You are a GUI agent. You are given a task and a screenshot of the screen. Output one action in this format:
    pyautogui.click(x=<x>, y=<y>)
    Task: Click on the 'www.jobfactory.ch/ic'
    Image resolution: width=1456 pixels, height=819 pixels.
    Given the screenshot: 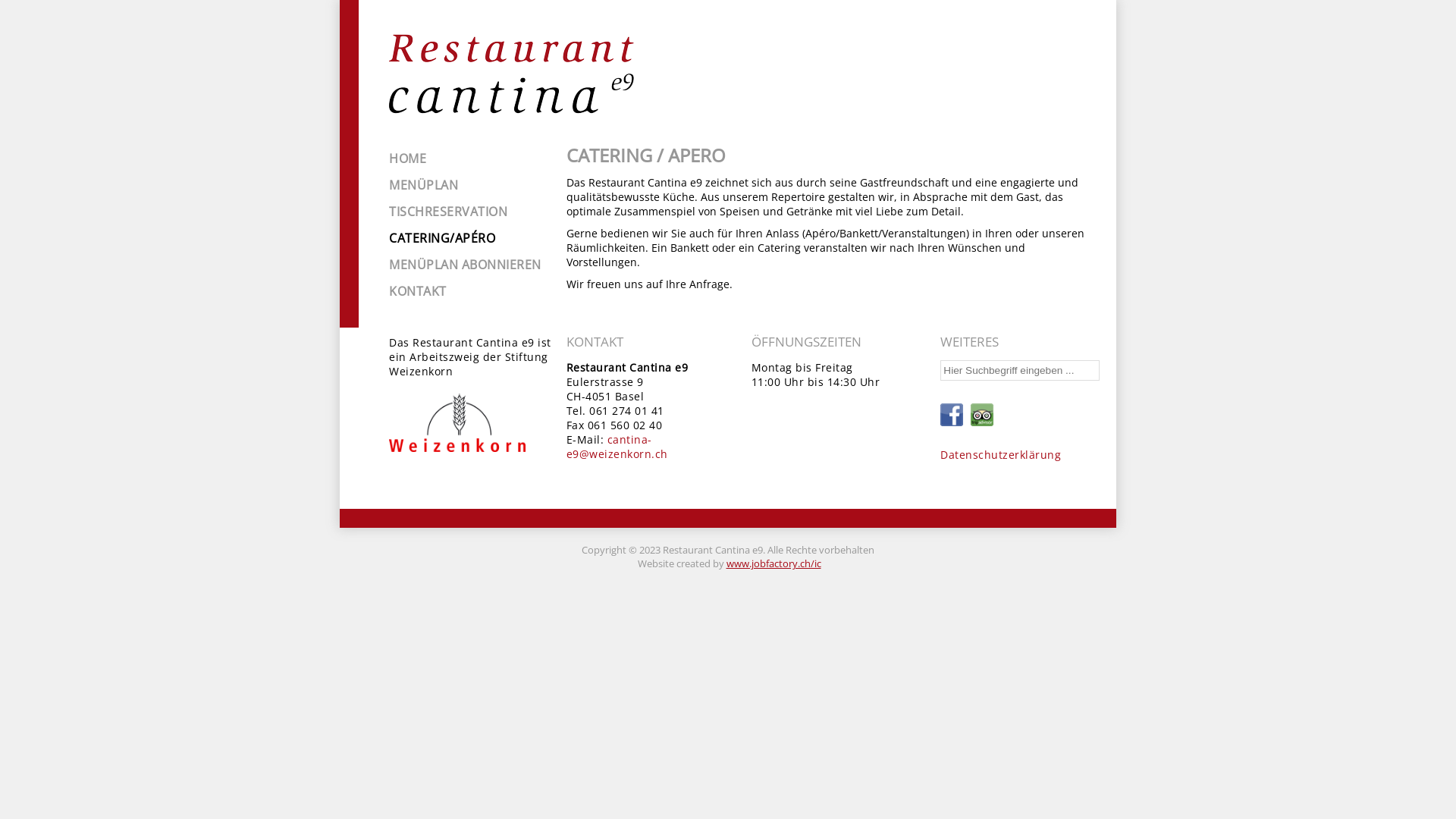 What is the action you would take?
    pyautogui.click(x=773, y=563)
    